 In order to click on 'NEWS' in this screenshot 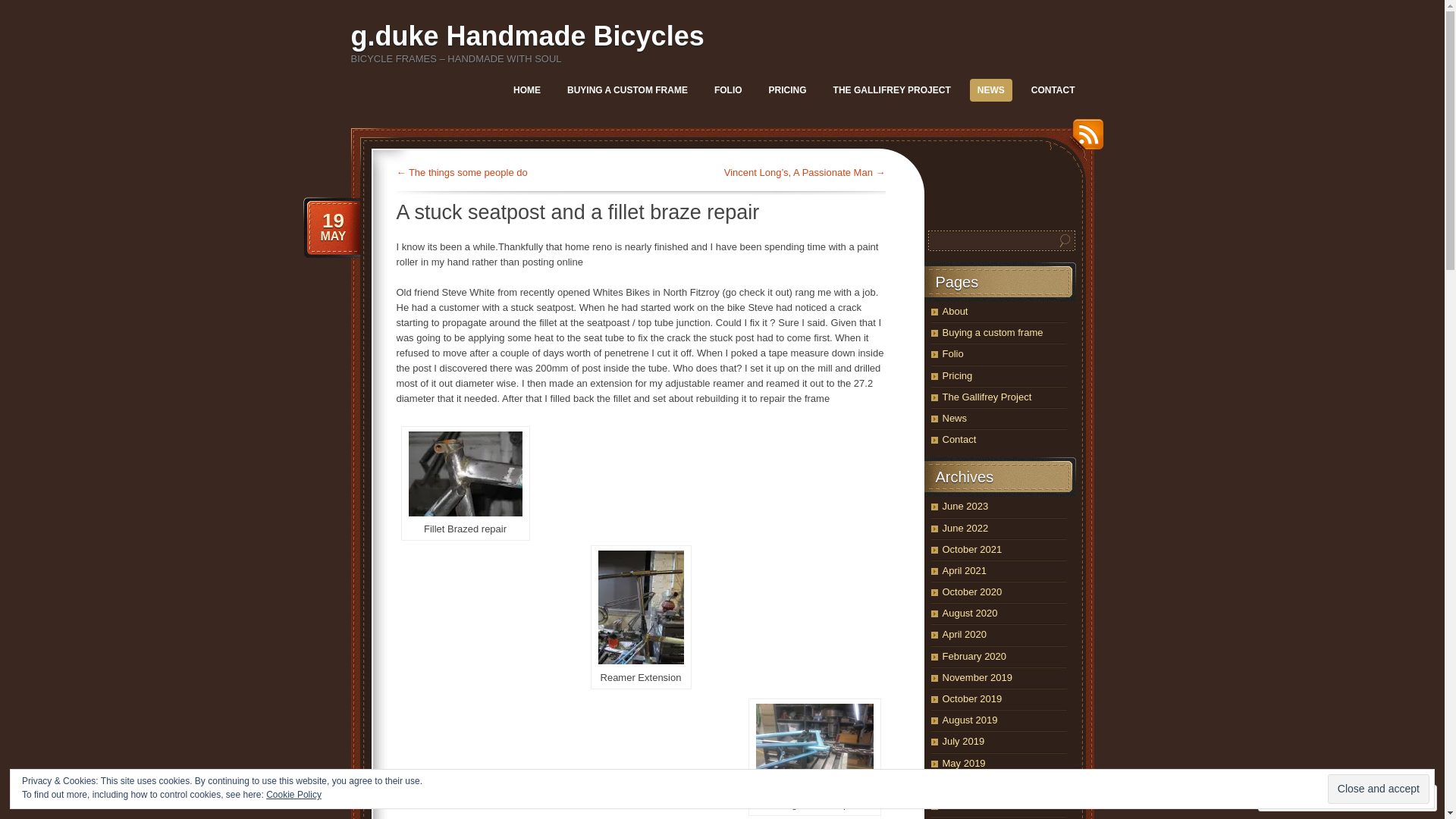, I will do `click(990, 90)`.